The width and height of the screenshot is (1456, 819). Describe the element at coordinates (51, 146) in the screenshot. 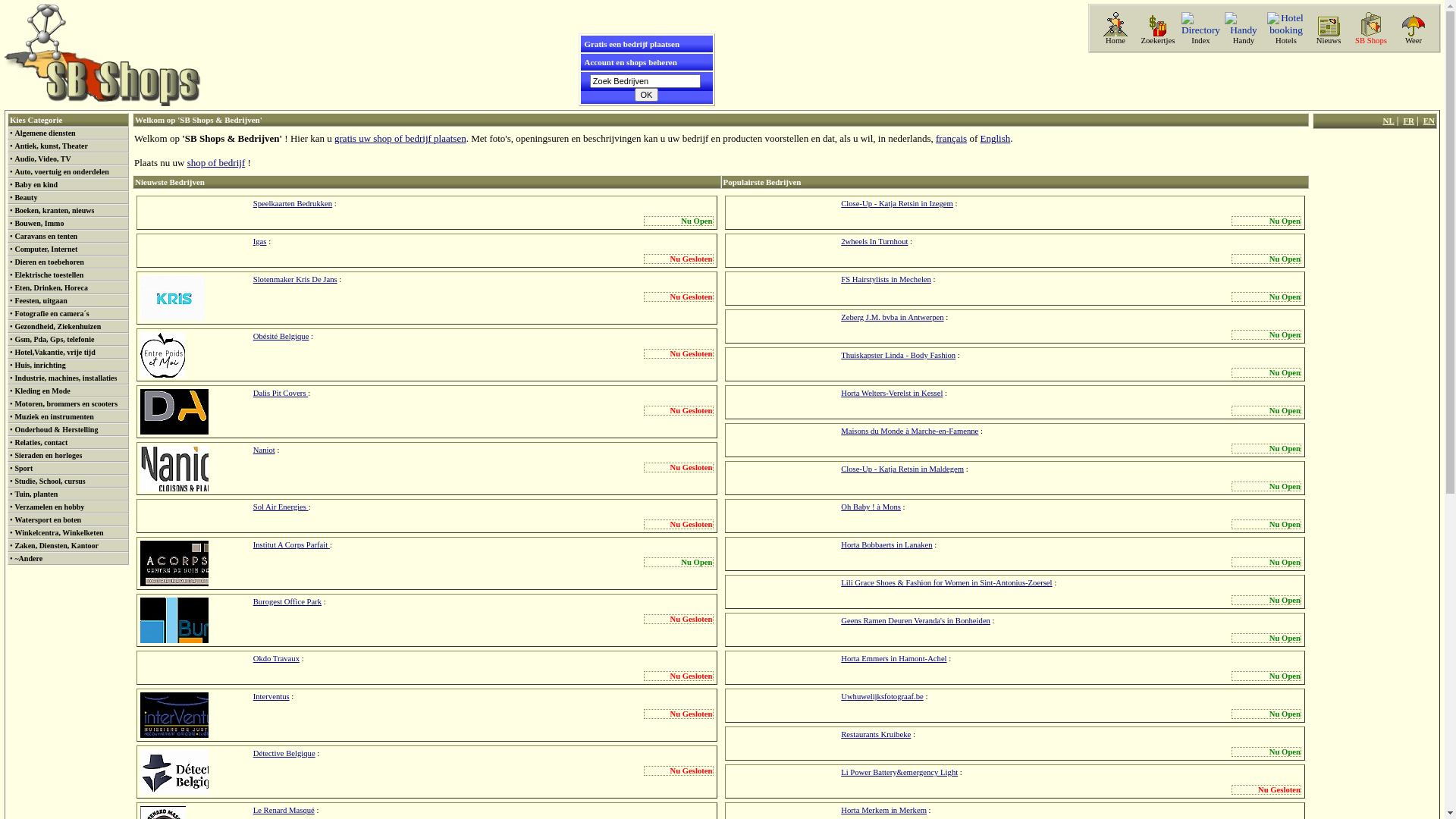

I see `'Antiek, kunst, Theater'` at that location.